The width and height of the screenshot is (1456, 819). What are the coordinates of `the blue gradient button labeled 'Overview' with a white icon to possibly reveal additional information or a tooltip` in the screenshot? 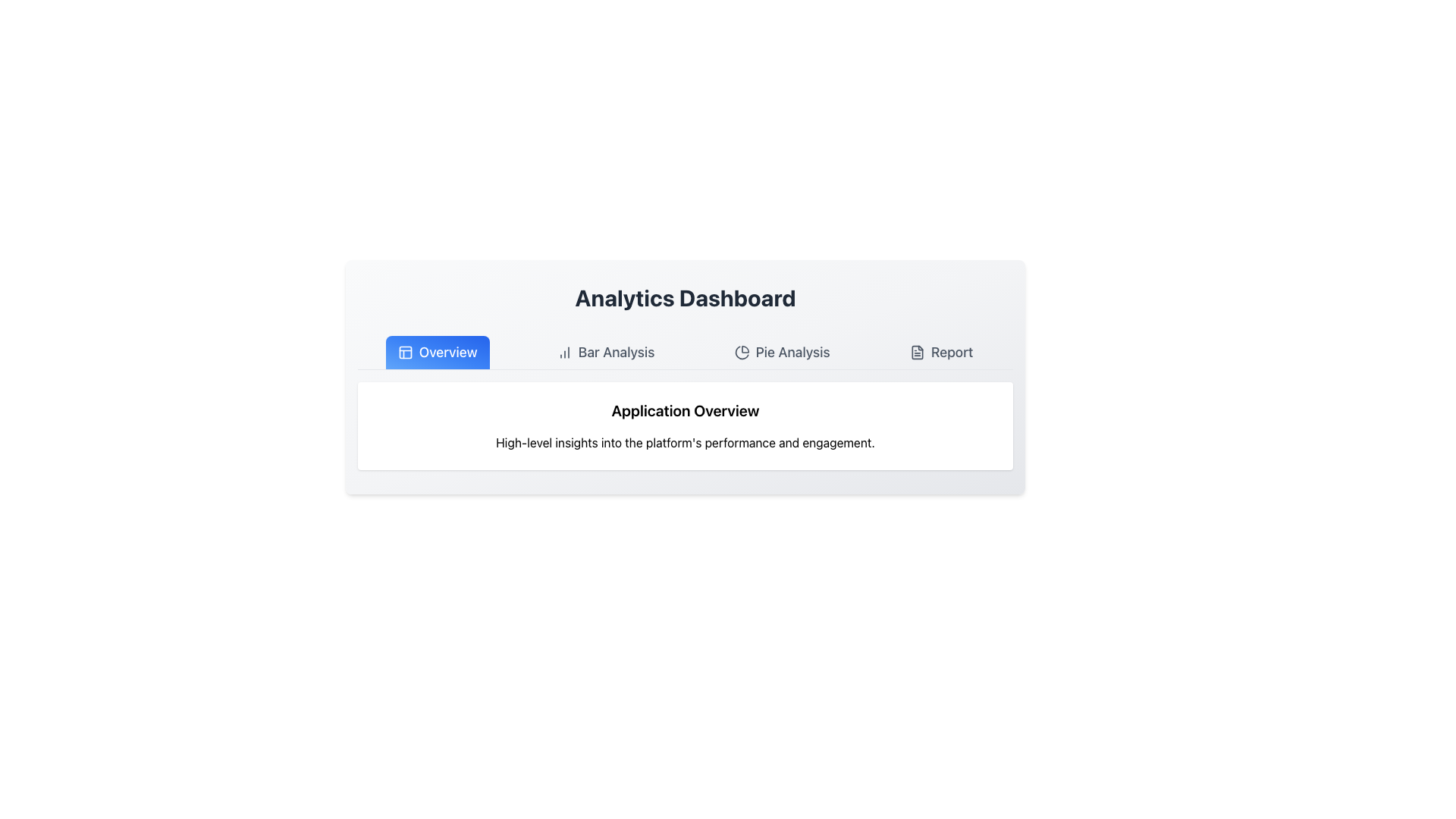 It's located at (437, 353).